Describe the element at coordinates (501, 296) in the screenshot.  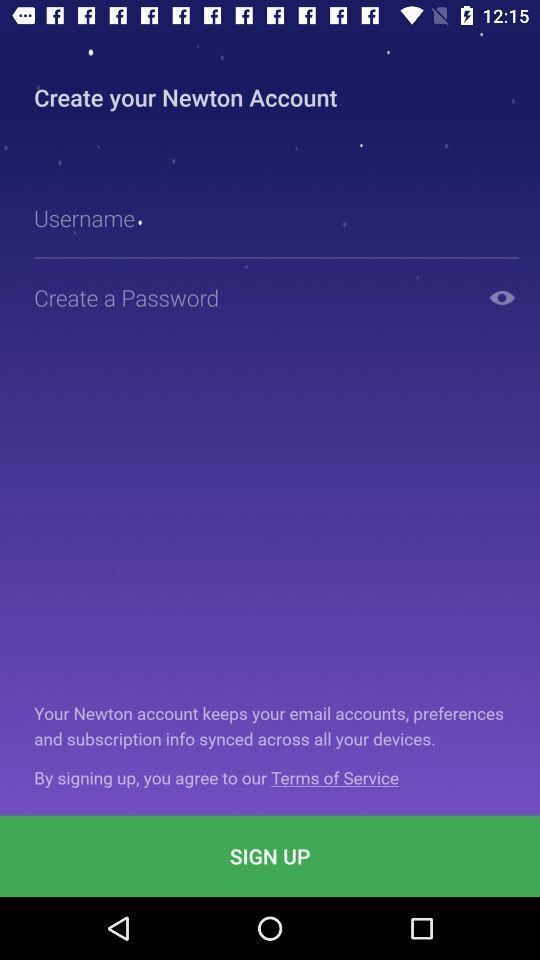
I see `the visibility icon` at that location.